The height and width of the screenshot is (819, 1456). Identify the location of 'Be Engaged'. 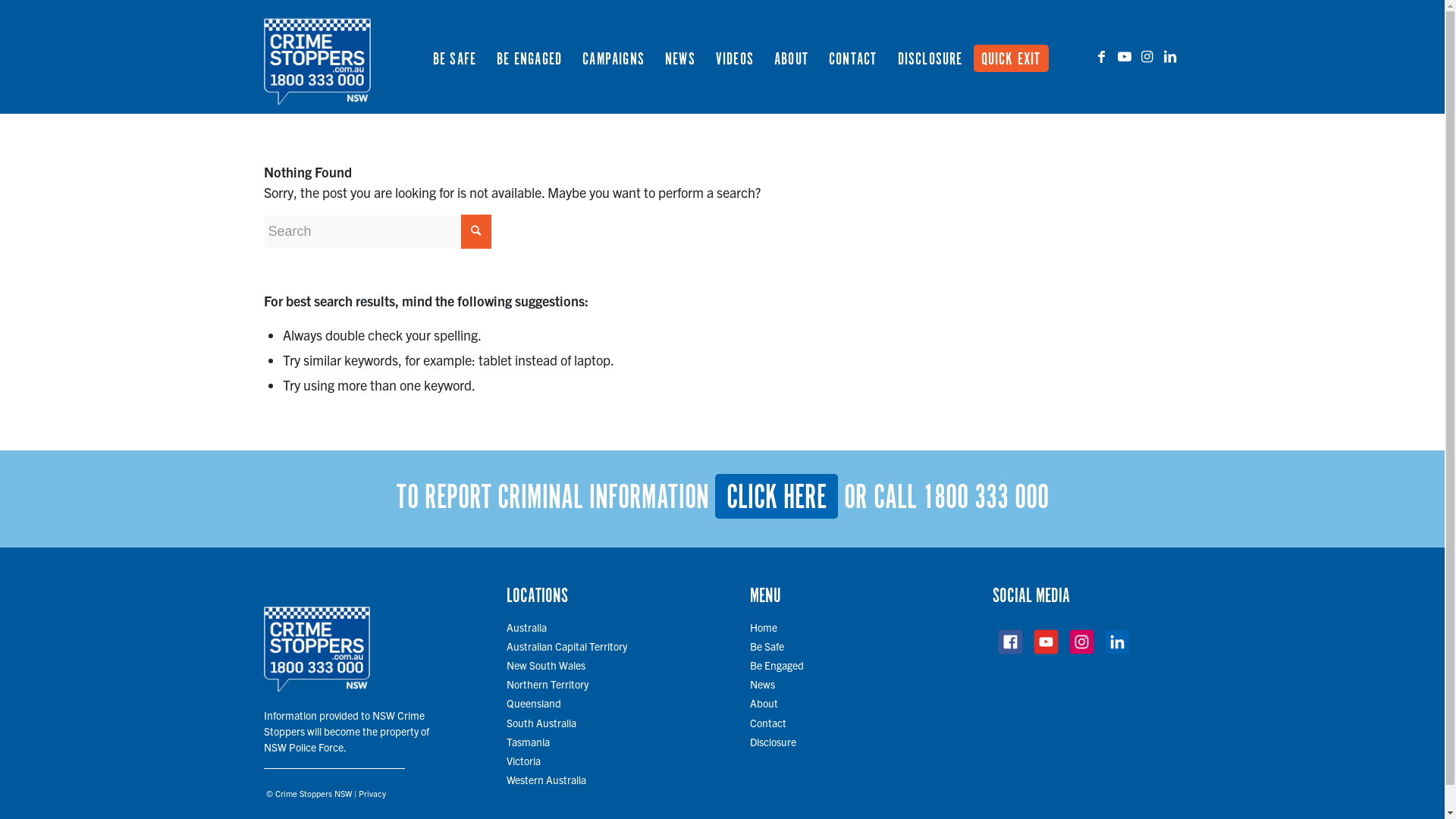
(777, 664).